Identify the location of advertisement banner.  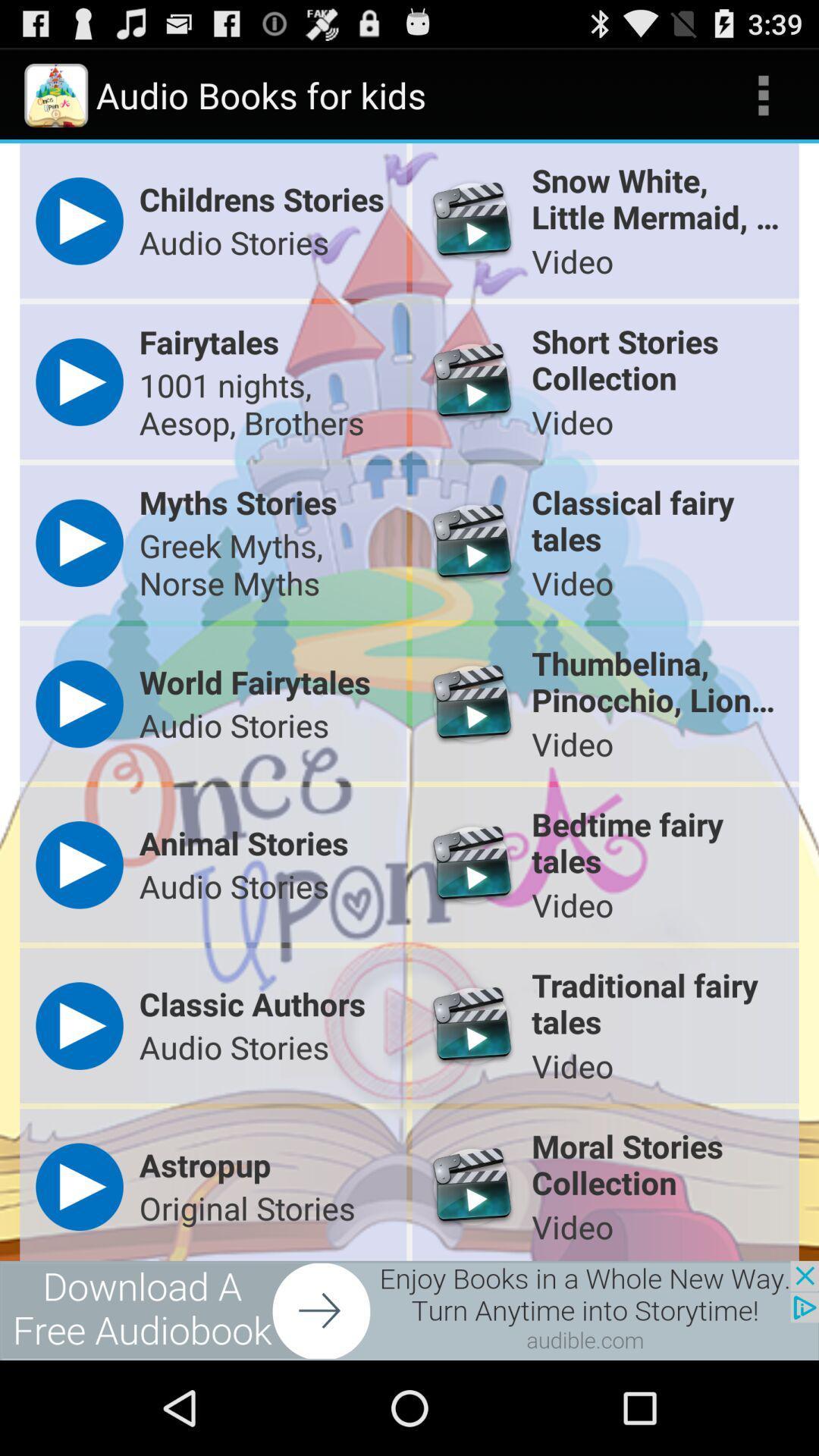
(409, 1310).